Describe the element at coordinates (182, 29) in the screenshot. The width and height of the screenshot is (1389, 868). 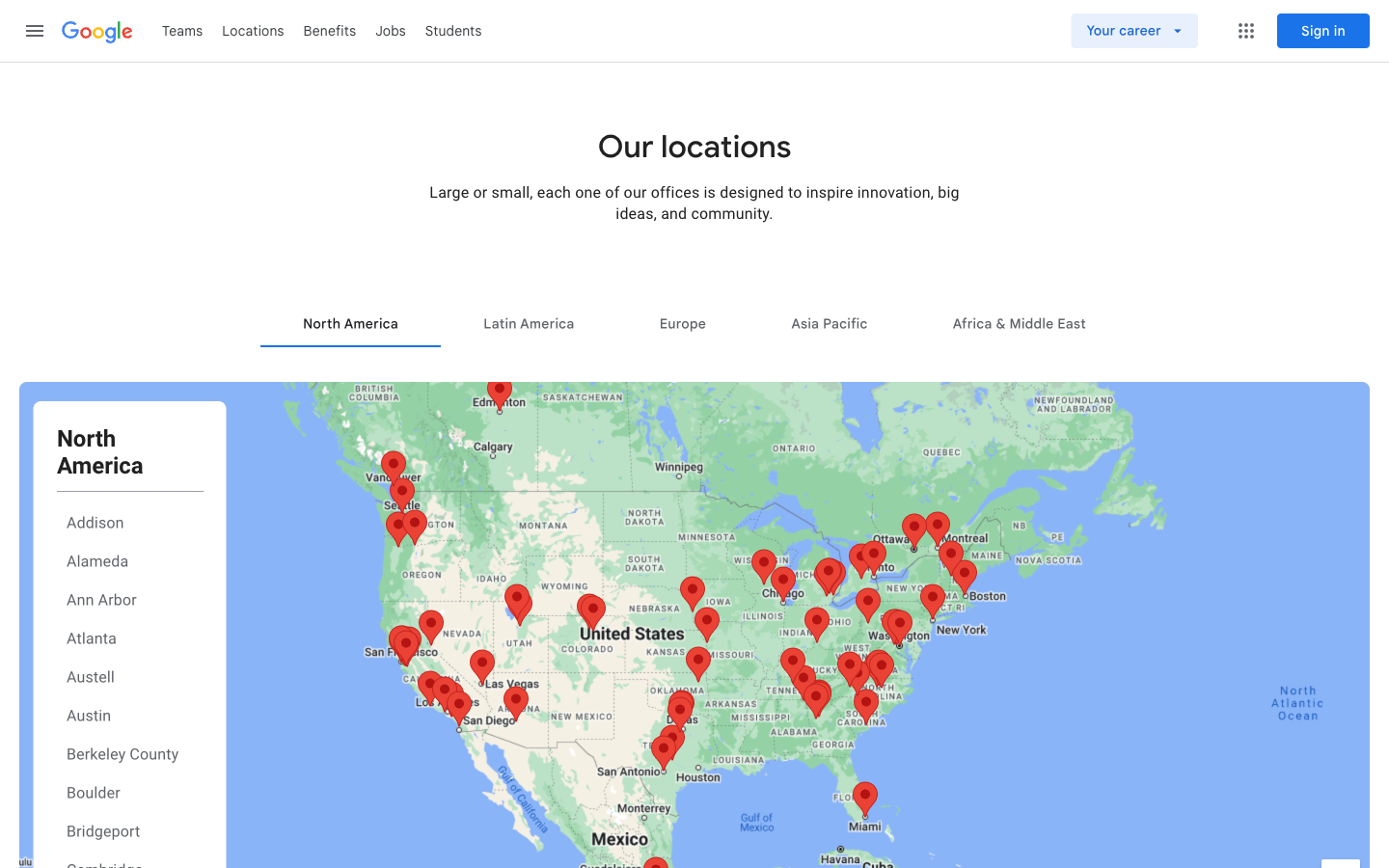
I see `Switch to the Teams interface` at that location.